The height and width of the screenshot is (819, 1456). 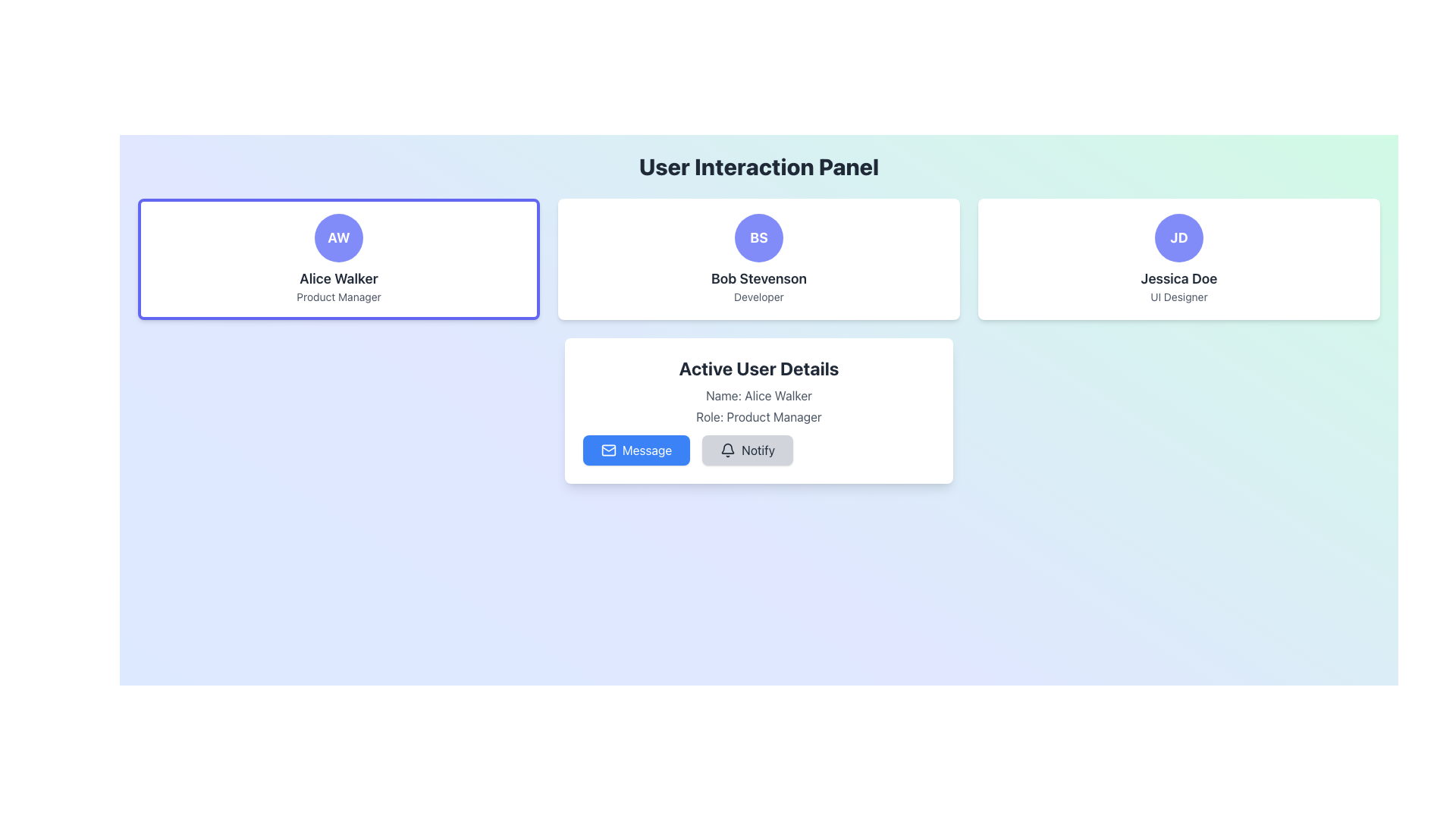 What do you see at coordinates (337, 237) in the screenshot?
I see `the circular profile badge displaying the initials 'AW' in bold, white text on an indigo background, located at the top center of the user profile card` at bounding box center [337, 237].